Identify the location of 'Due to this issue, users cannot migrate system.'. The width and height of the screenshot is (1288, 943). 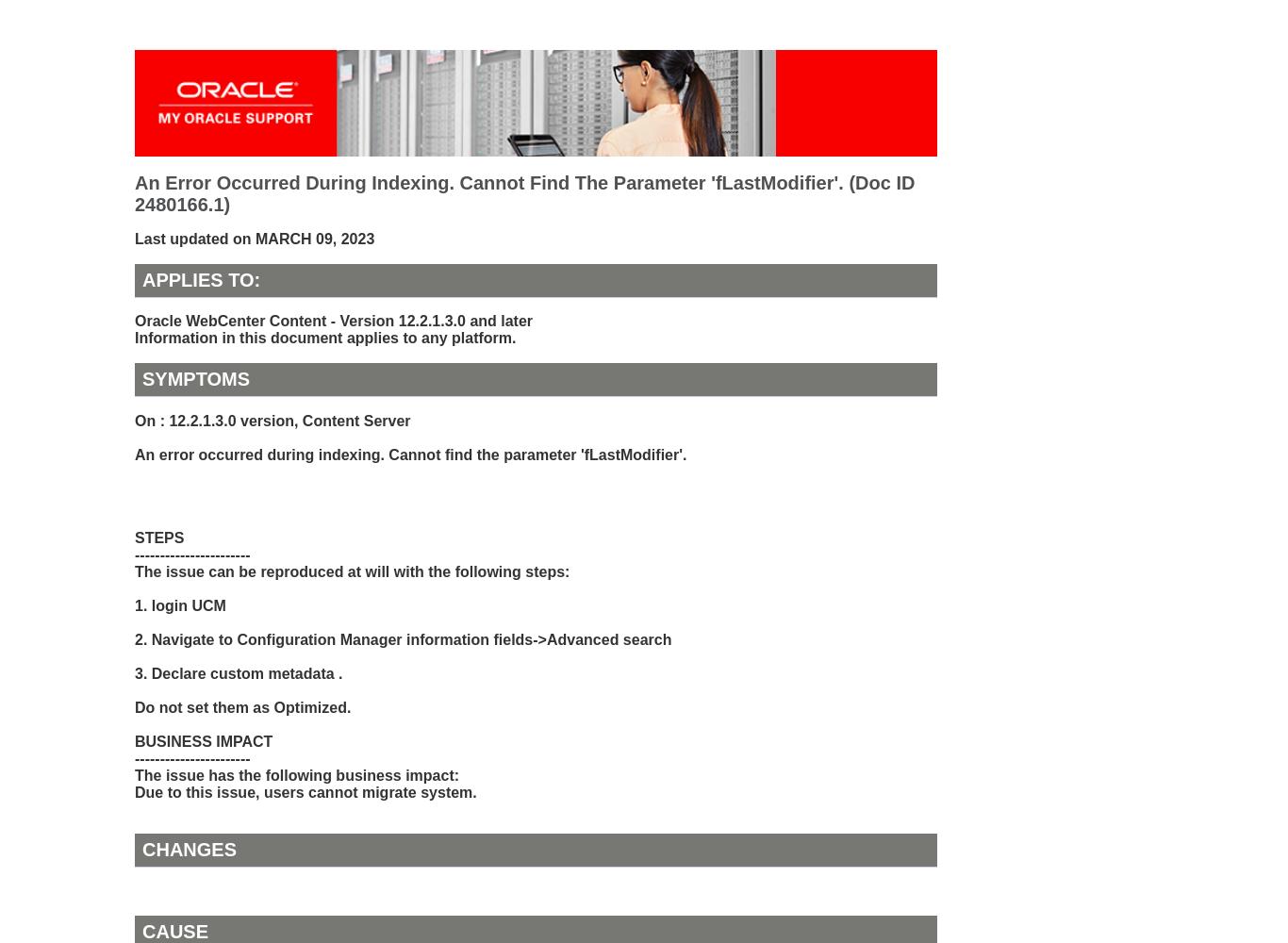
(305, 790).